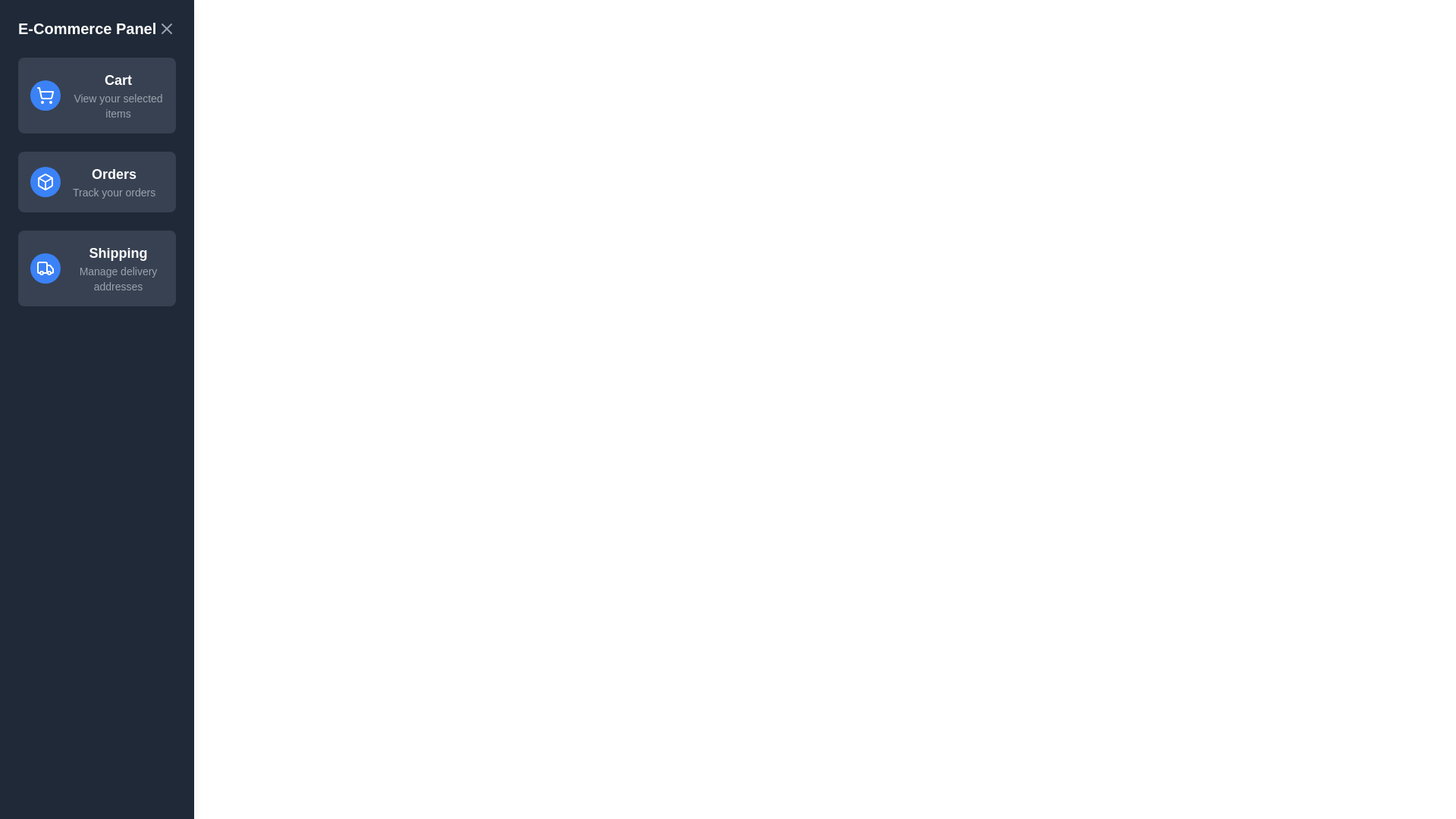 This screenshot has height=819, width=1456. What do you see at coordinates (96, 180) in the screenshot?
I see `the 'Orders' option in the ECommerceDrawer` at bounding box center [96, 180].